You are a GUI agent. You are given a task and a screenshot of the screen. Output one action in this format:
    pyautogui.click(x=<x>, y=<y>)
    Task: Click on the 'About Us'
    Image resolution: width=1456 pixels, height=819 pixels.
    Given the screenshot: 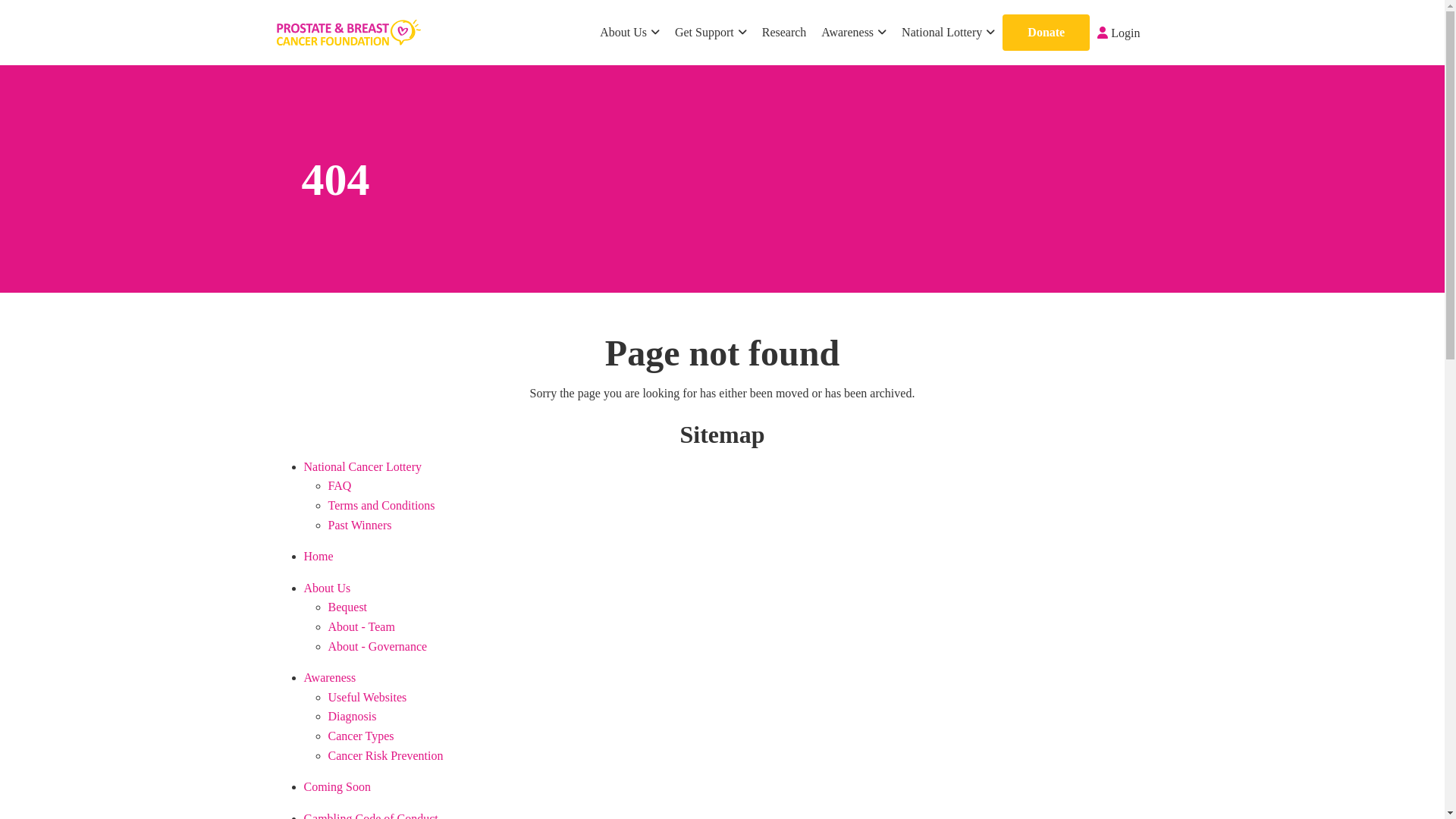 What is the action you would take?
    pyautogui.click(x=629, y=32)
    